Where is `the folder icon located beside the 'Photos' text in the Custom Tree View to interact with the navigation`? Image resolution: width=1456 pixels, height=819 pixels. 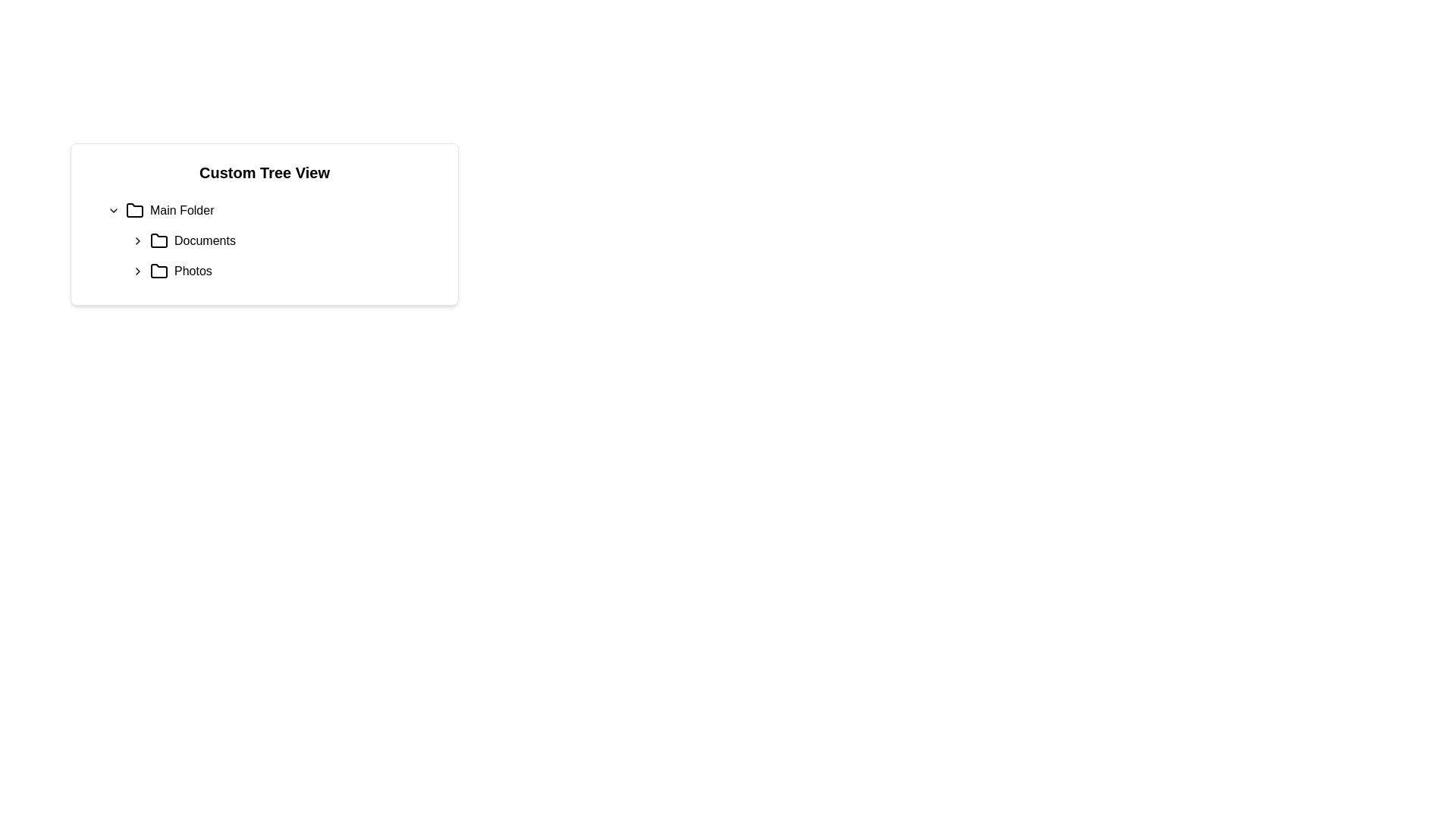
the folder icon located beside the 'Photos' text in the Custom Tree View to interact with the navigation is located at coordinates (159, 271).